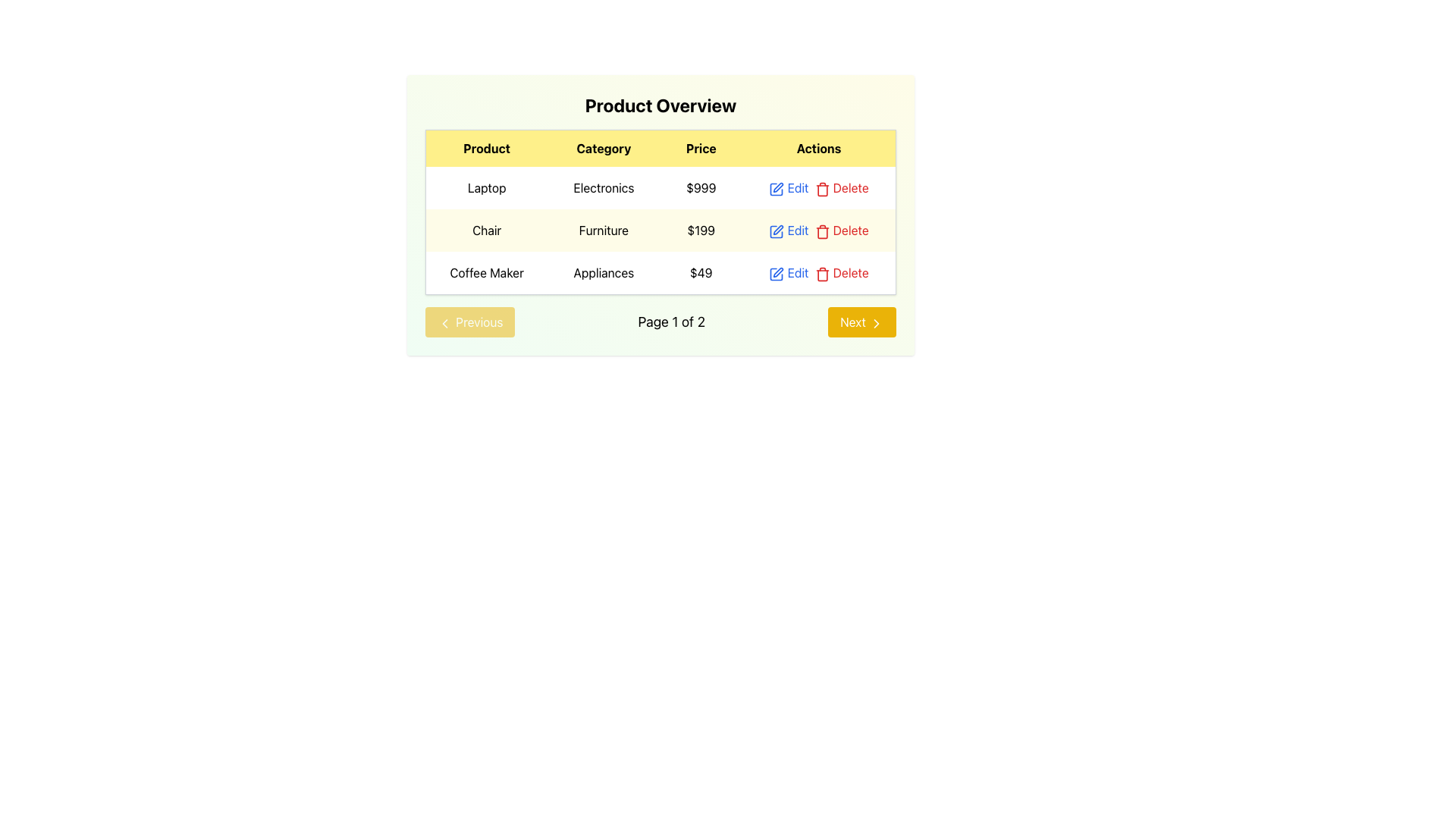  What do you see at coordinates (603, 273) in the screenshot?
I see `the text label that reads 'Appliances' in the third row of the product data table, which is positioned between the 'Coffee Maker' cell and the '$49' cell` at bounding box center [603, 273].